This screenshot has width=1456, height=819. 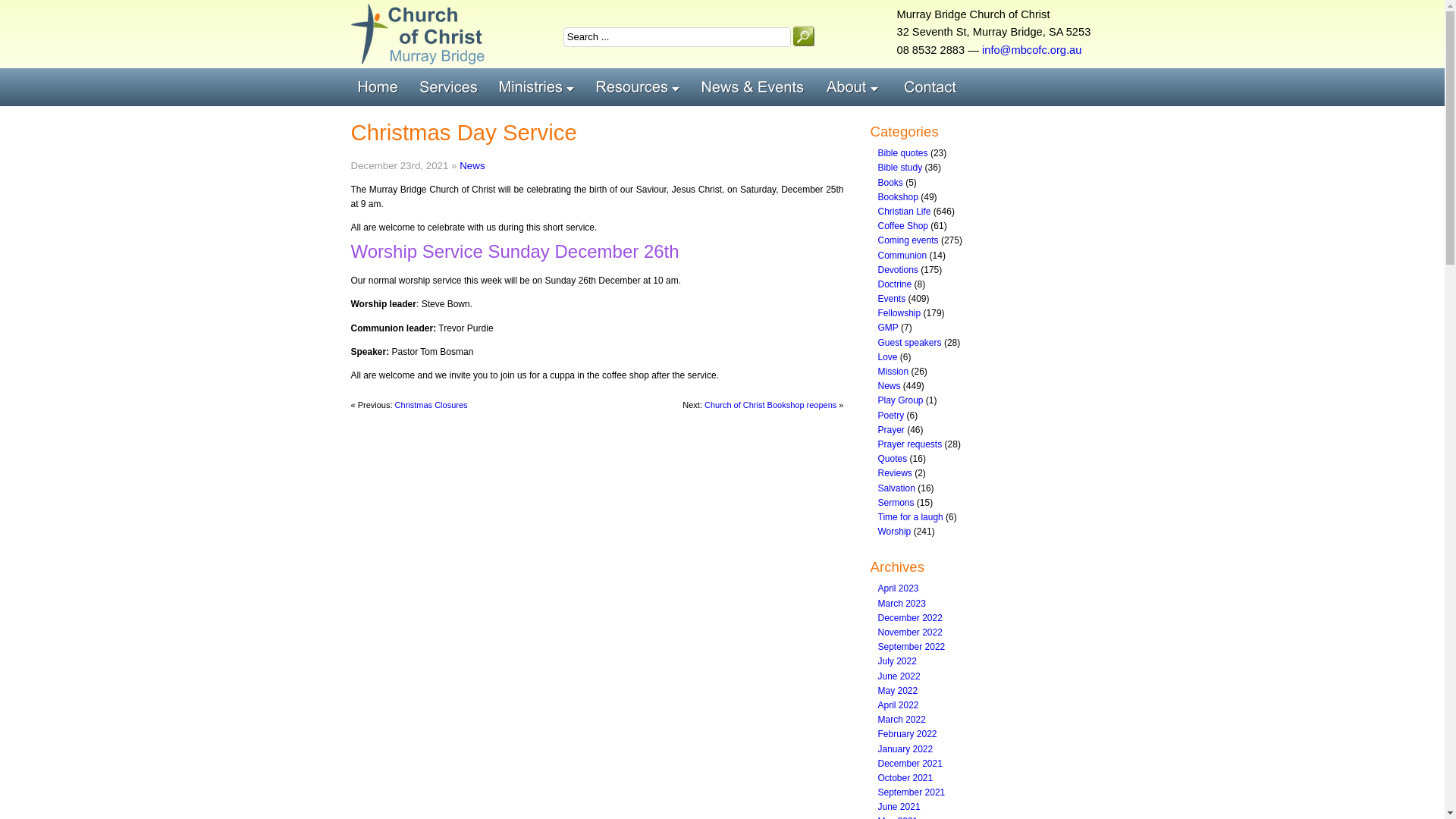 What do you see at coordinates (910, 444) in the screenshot?
I see `'Prayer requests'` at bounding box center [910, 444].